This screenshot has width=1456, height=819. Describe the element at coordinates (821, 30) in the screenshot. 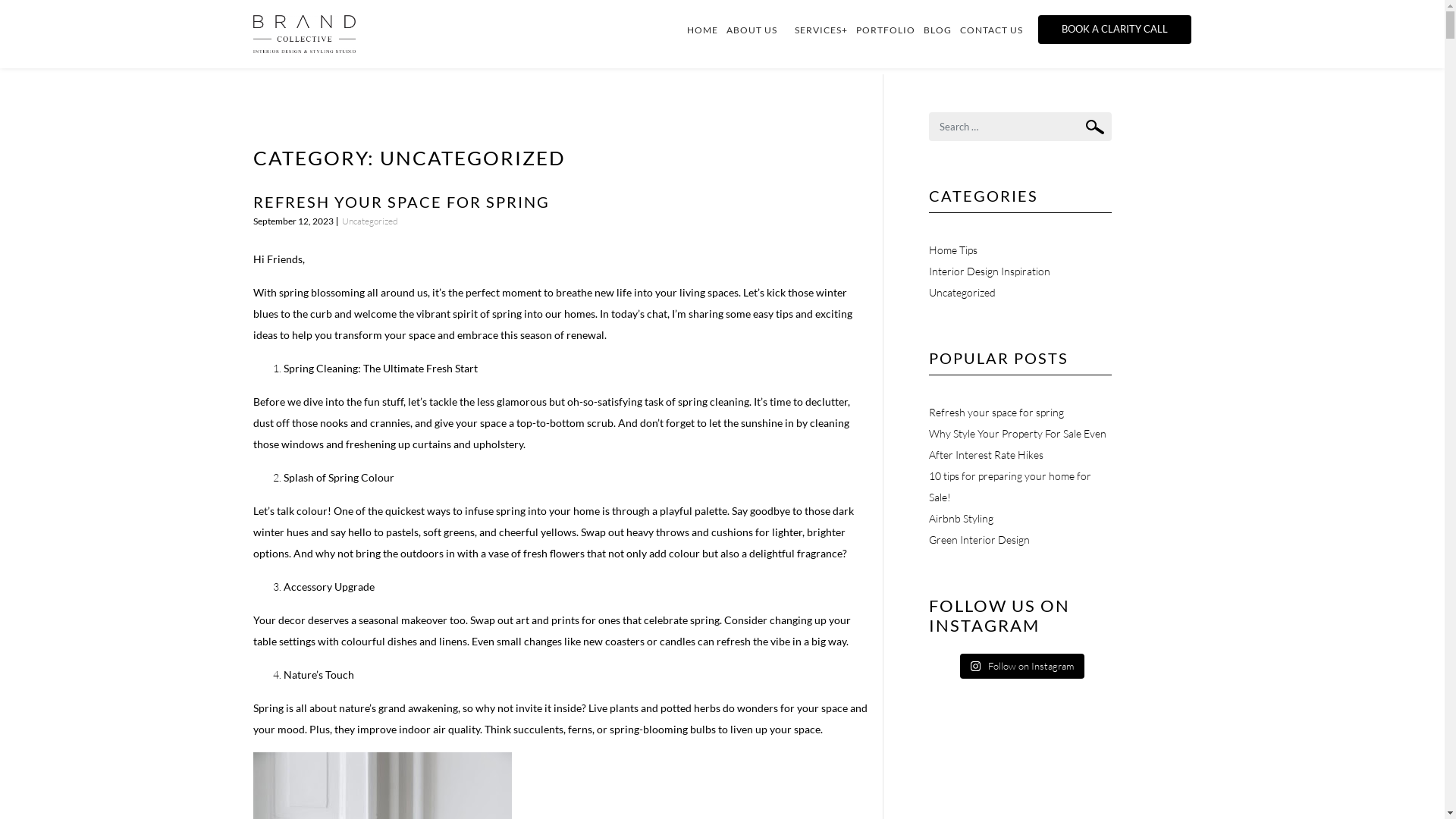

I see `'SERVICES'` at that location.